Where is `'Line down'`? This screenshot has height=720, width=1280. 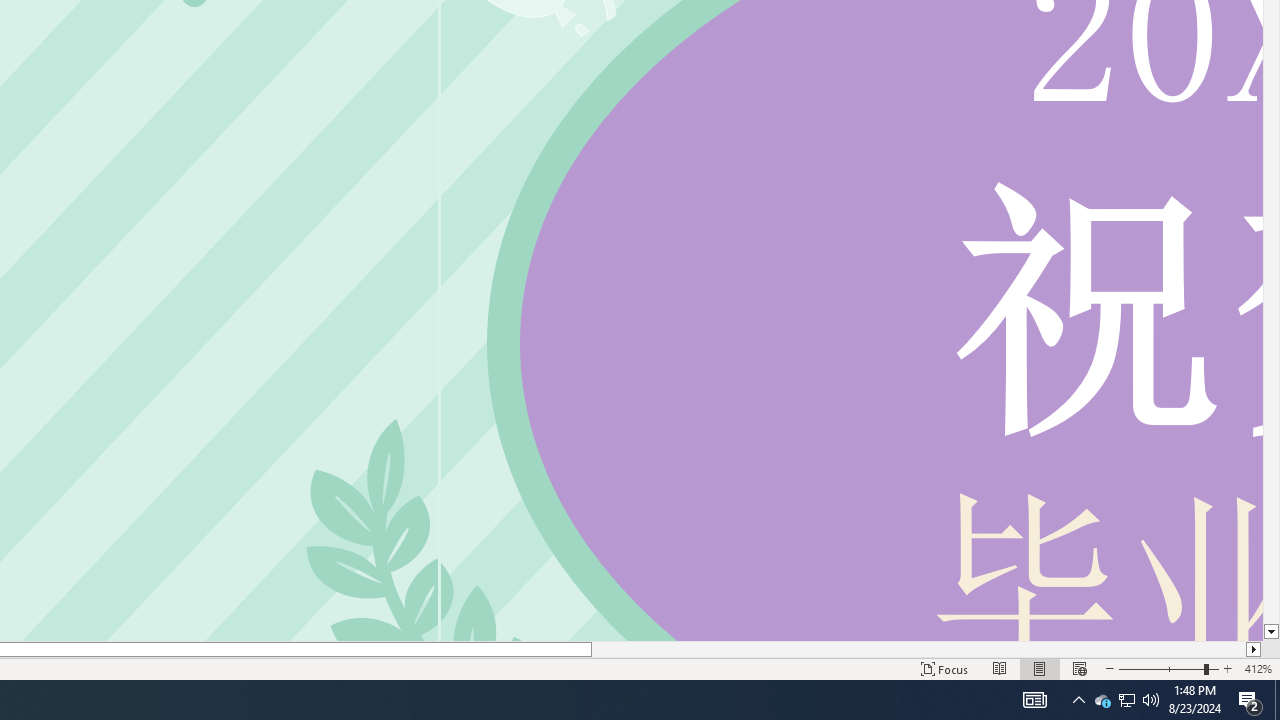 'Line down' is located at coordinates (1270, 632).